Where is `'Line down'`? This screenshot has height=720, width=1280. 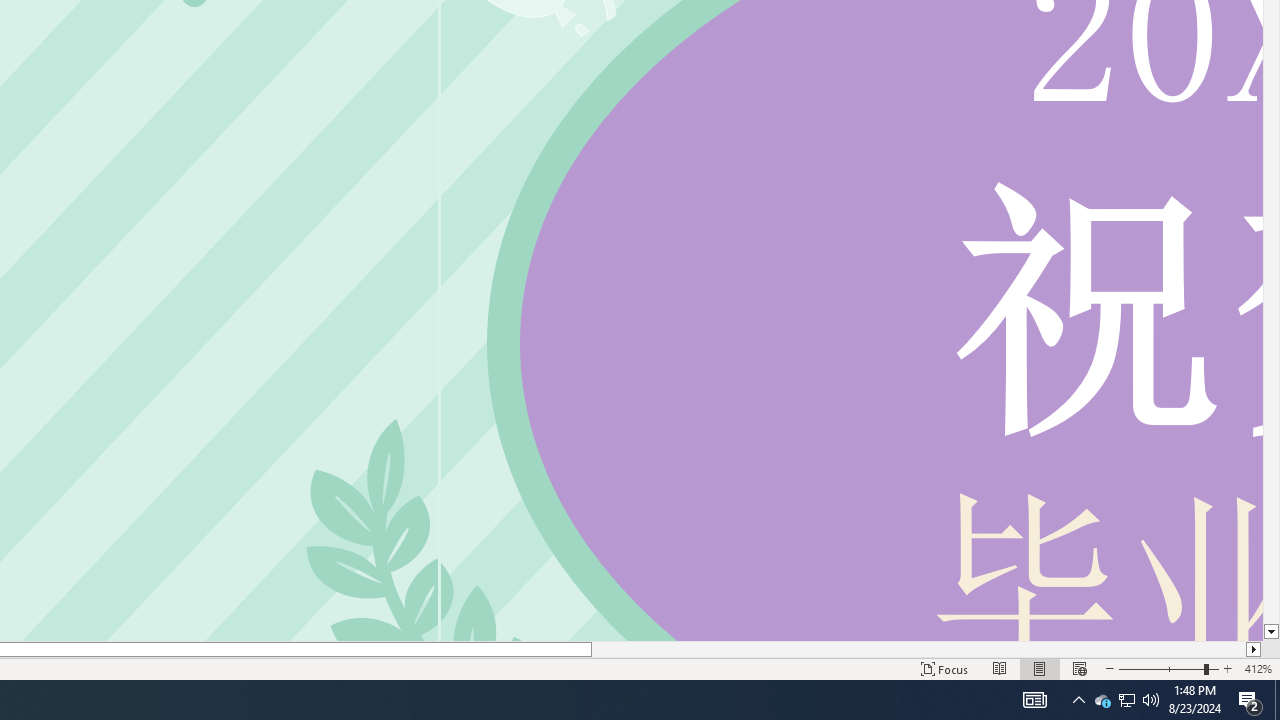 'Line down' is located at coordinates (1270, 632).